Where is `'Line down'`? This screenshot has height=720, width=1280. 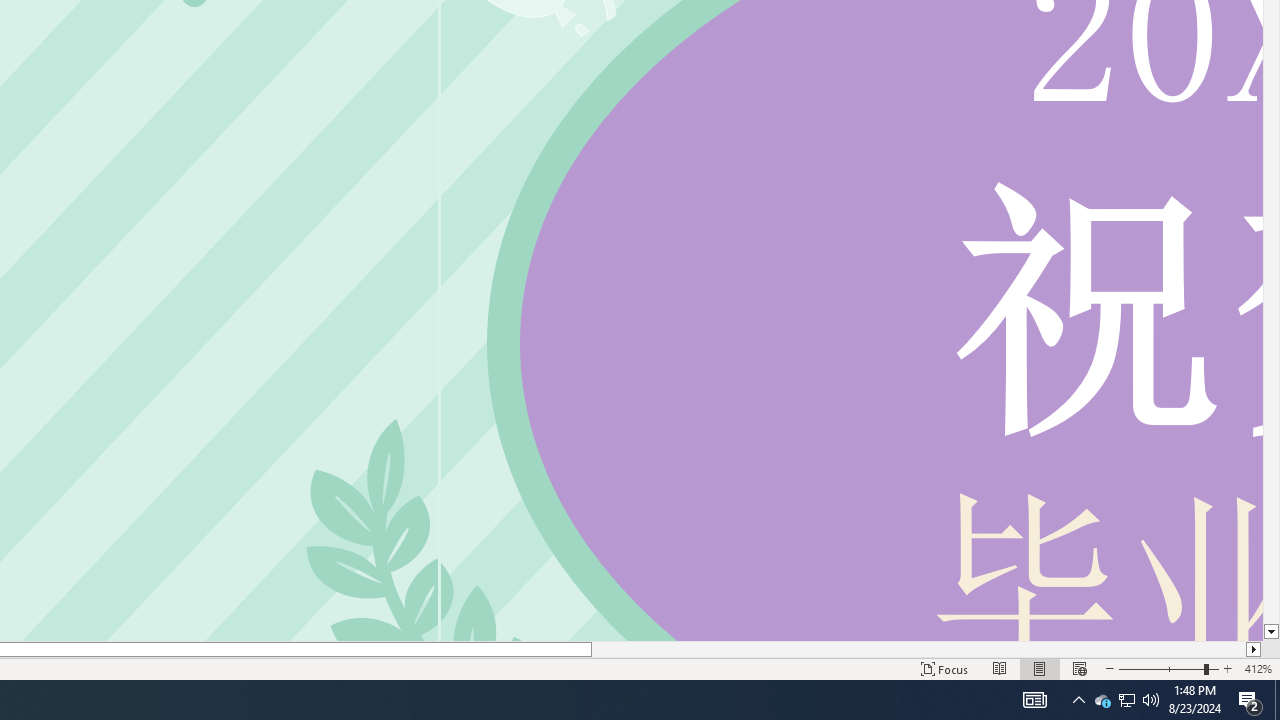 'Line down' is located at coordinates (1270, 632).